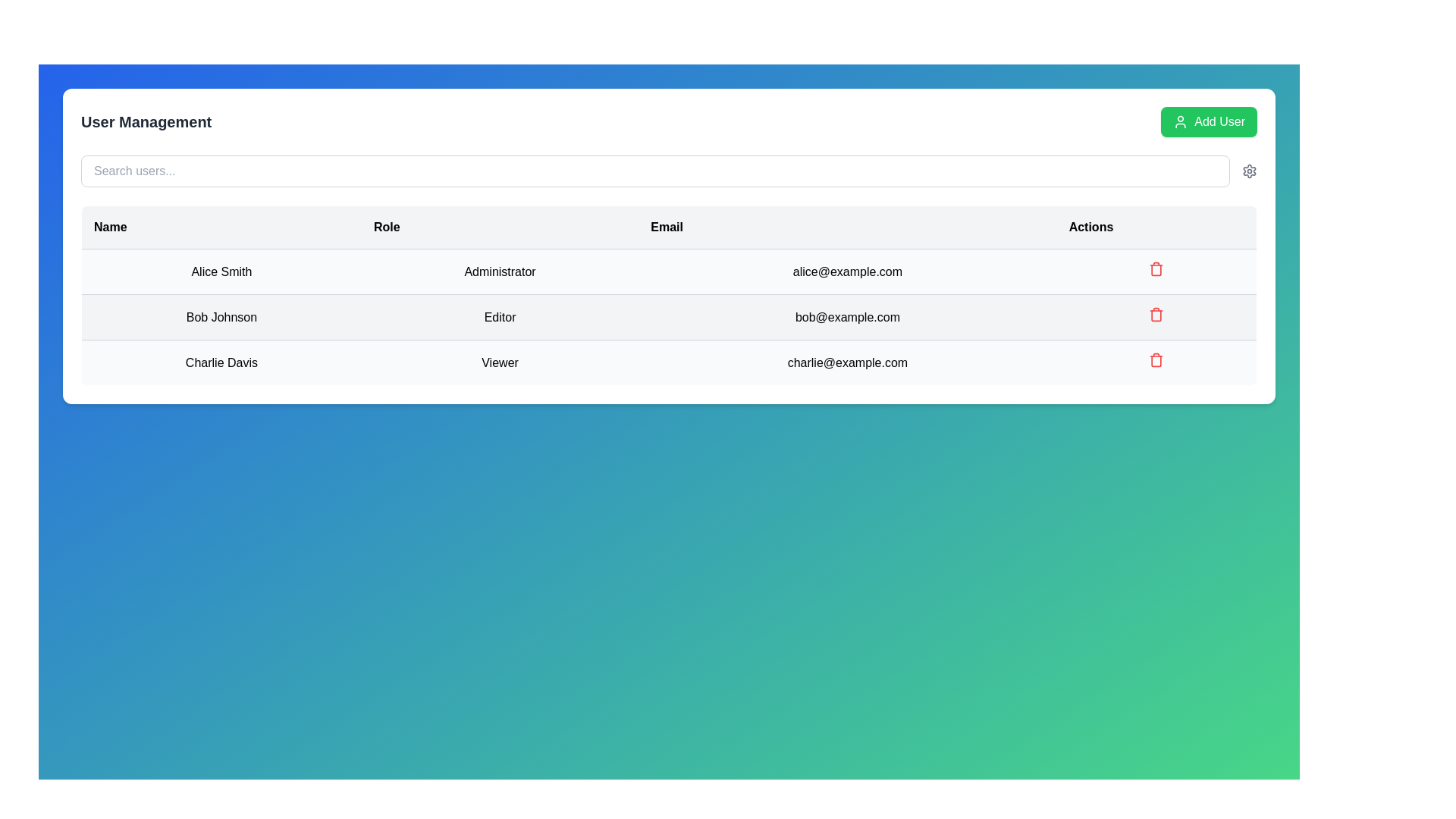  I want to click on text displayed in the Text label that shows 'Alice Smith', which is the first item in the Name column of the table under the 'User Management' title, so click(221, 271).